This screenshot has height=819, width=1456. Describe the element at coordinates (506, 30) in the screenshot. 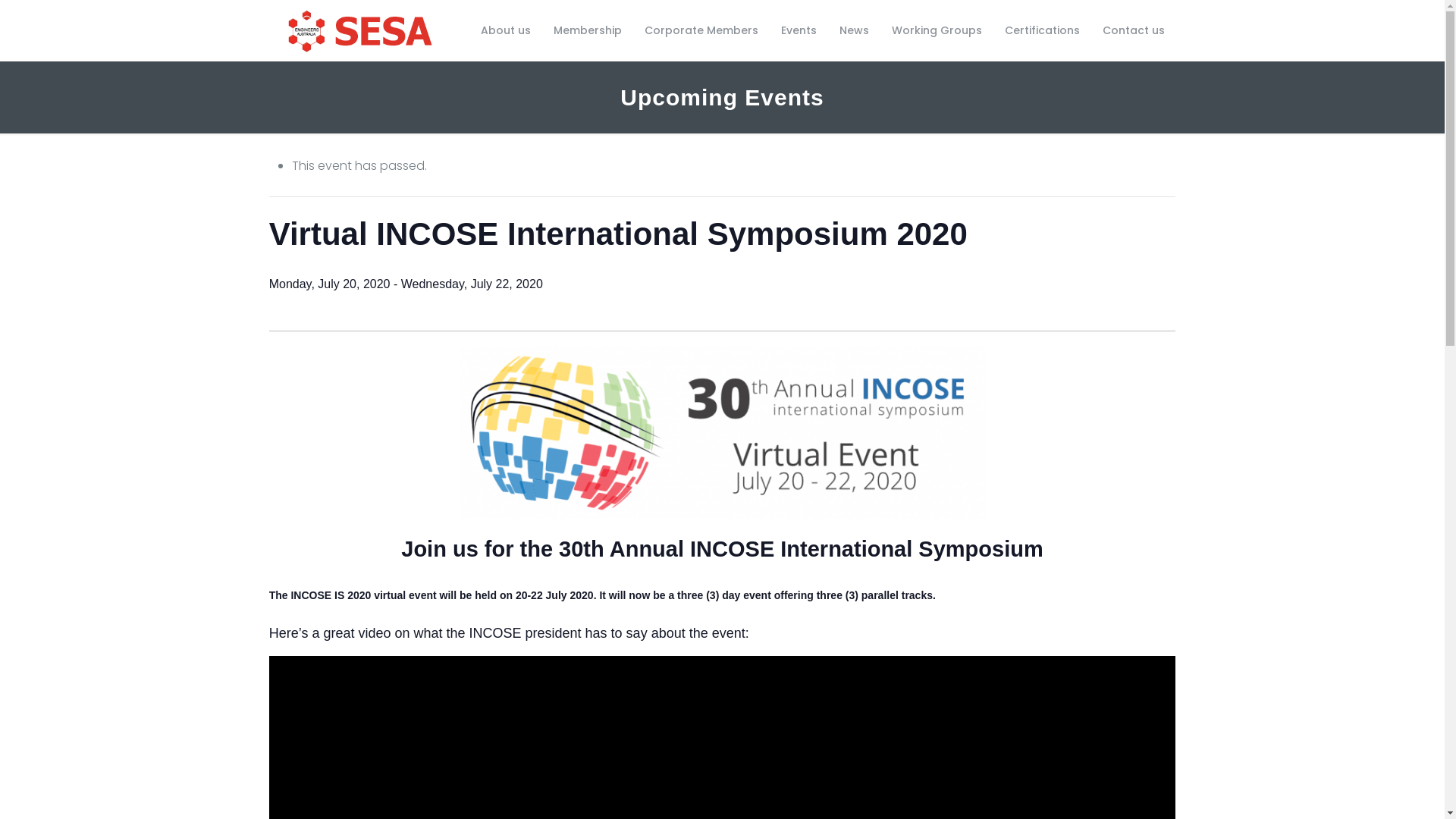

I see `'About us'` at that location.